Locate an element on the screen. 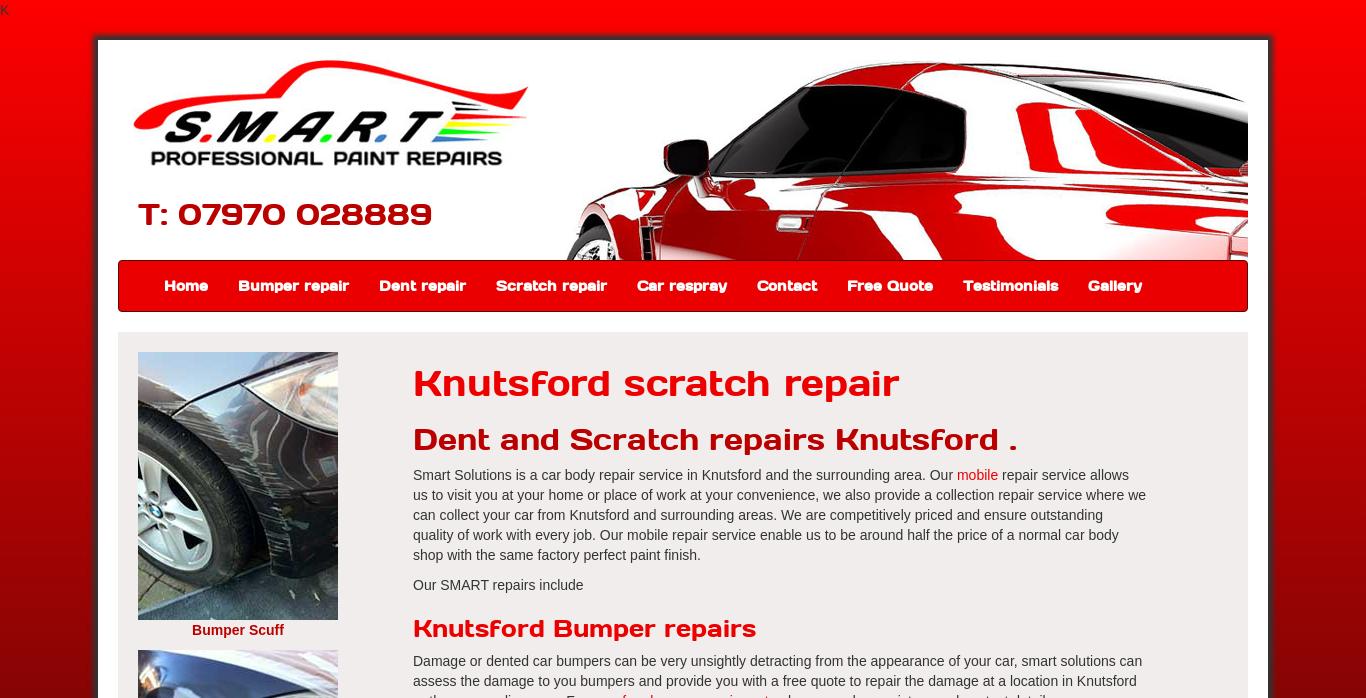 The image size is (1366, 698). 'repair service allows us to visit you at your home or place of work at your convenience,  we also provide a collection repair service where we can collect your car from Knutsford and surrounding areas.  We are competitively priced and ensure outstanding quality of work with every job.  Our mobile repair service  enable us to be around half the price of a normal car body shop with the same factory perfect paint finish.' is located at coordinates (779, 514).